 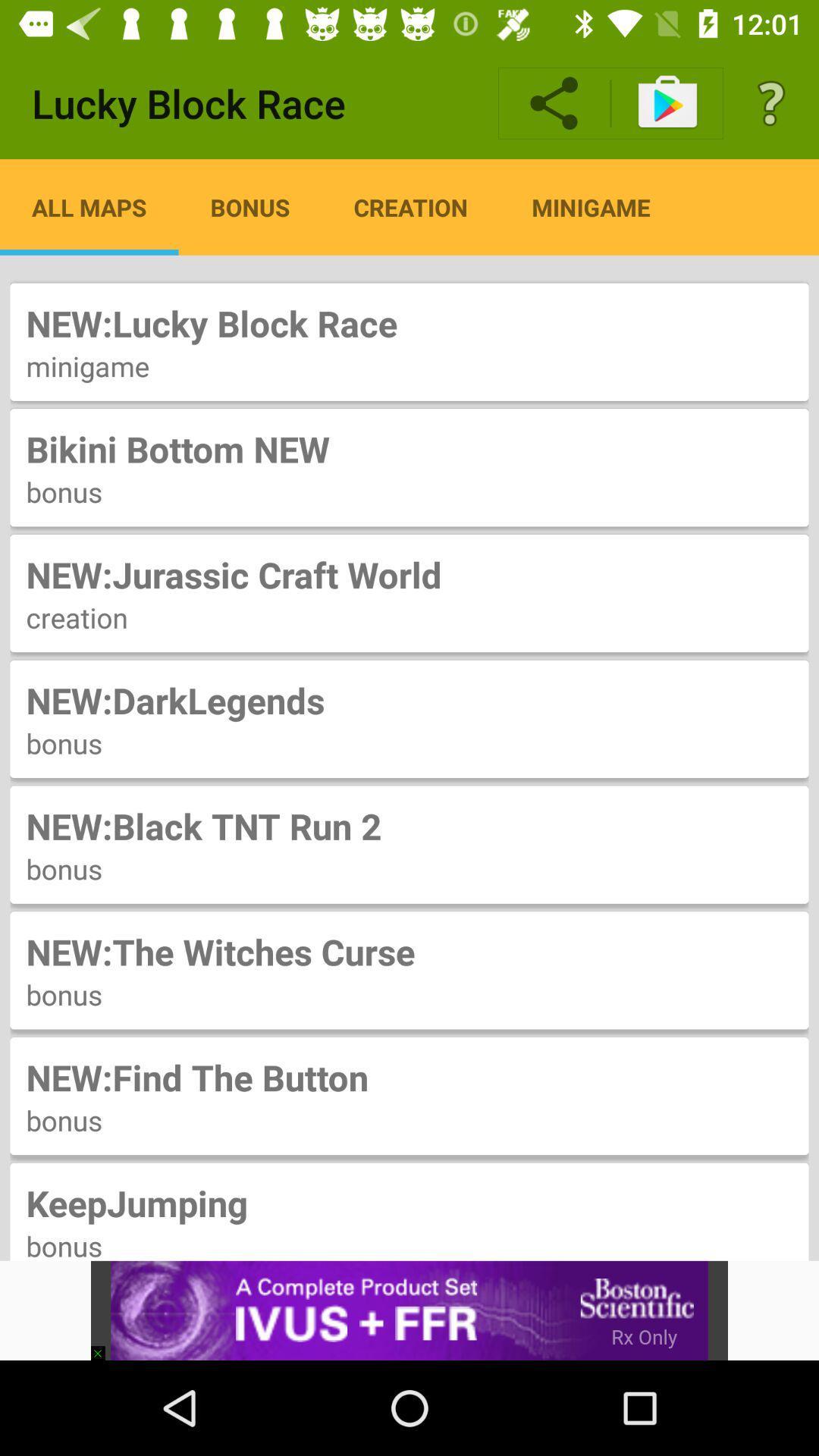 What do you see at coordinates (89, 206) in the screenshot?
I see `app to the left of the bonus item` at bounding box center [89, 206].